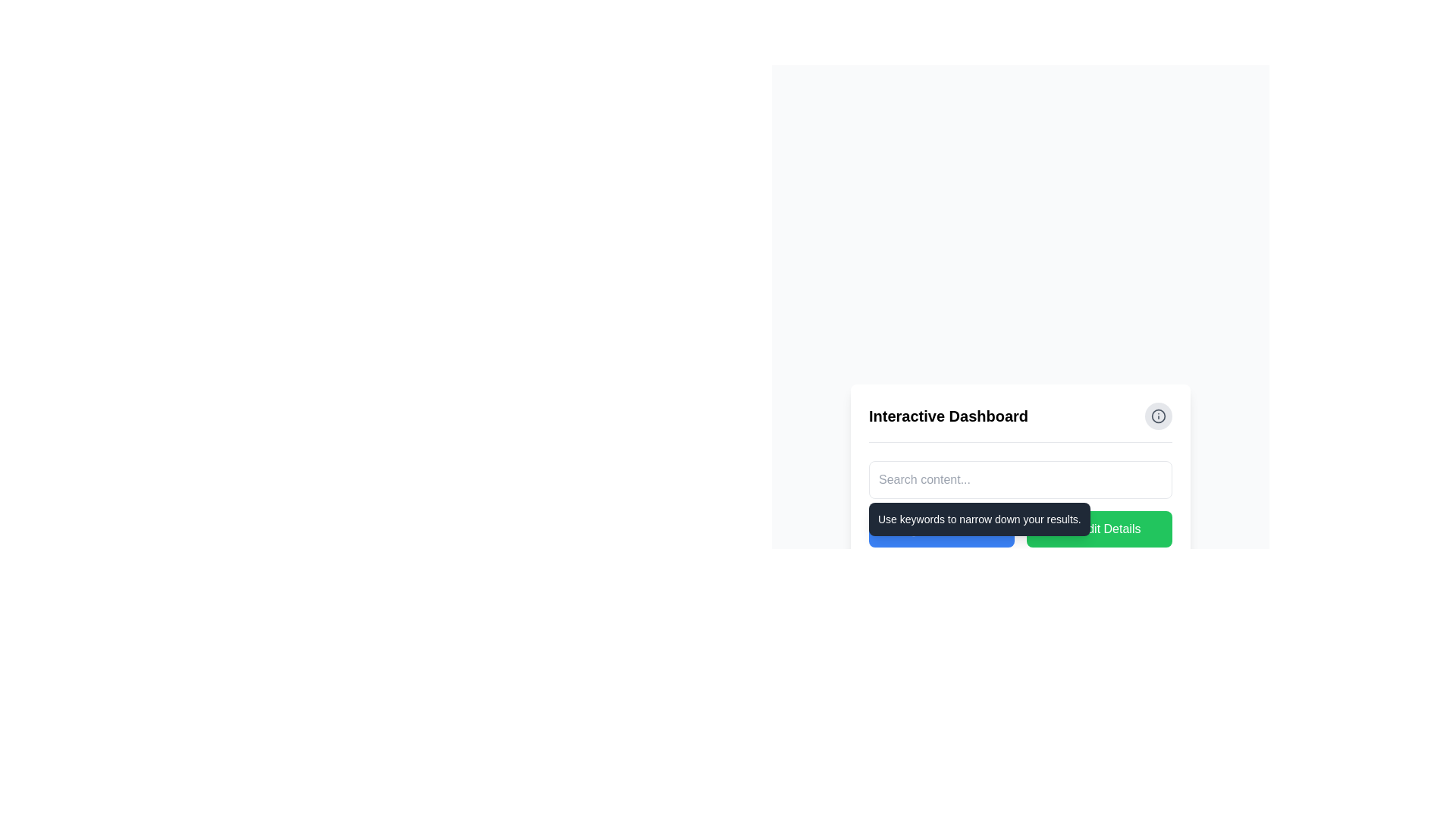  Describe the element at coordinates (1110, 528) in the screenshot. I see `the 'Edit Details' text label, which is displayed in white text on a green rounded button` at that location.